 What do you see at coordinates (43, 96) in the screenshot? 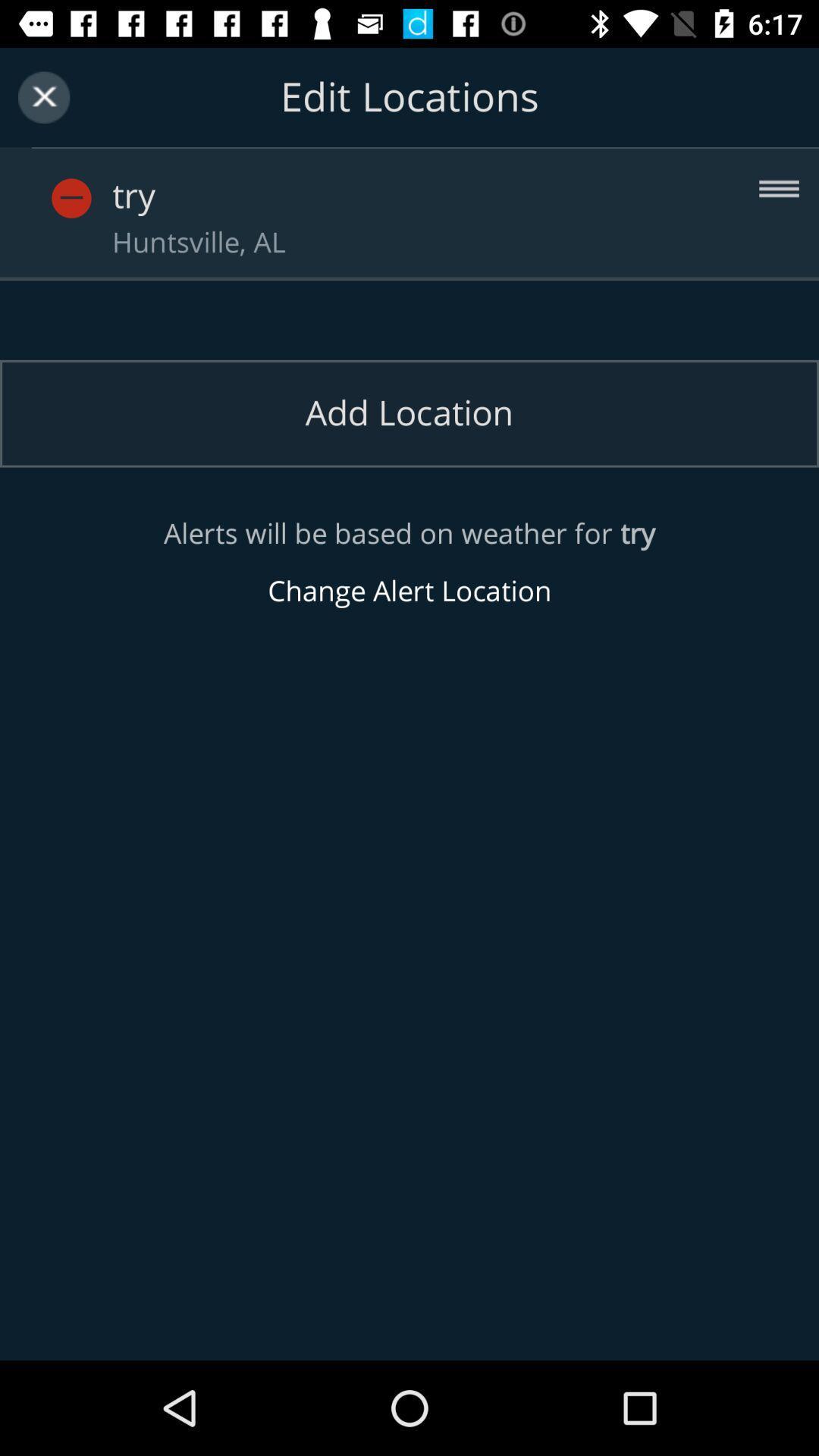
I see `cancel the edit` at bounding box center [43, 96].